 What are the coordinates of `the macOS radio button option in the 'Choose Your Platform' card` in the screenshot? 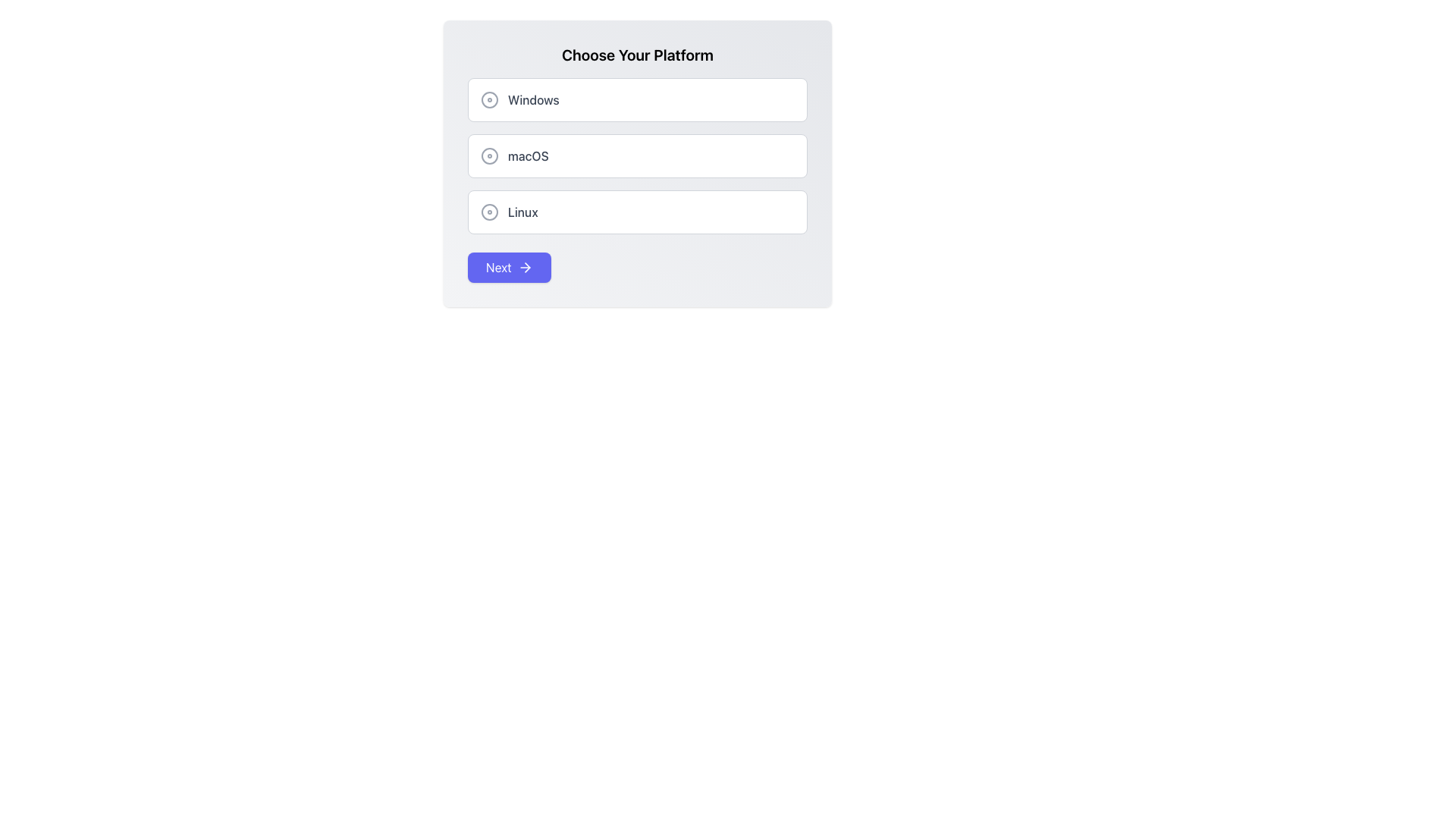 It's located at (637, 155).